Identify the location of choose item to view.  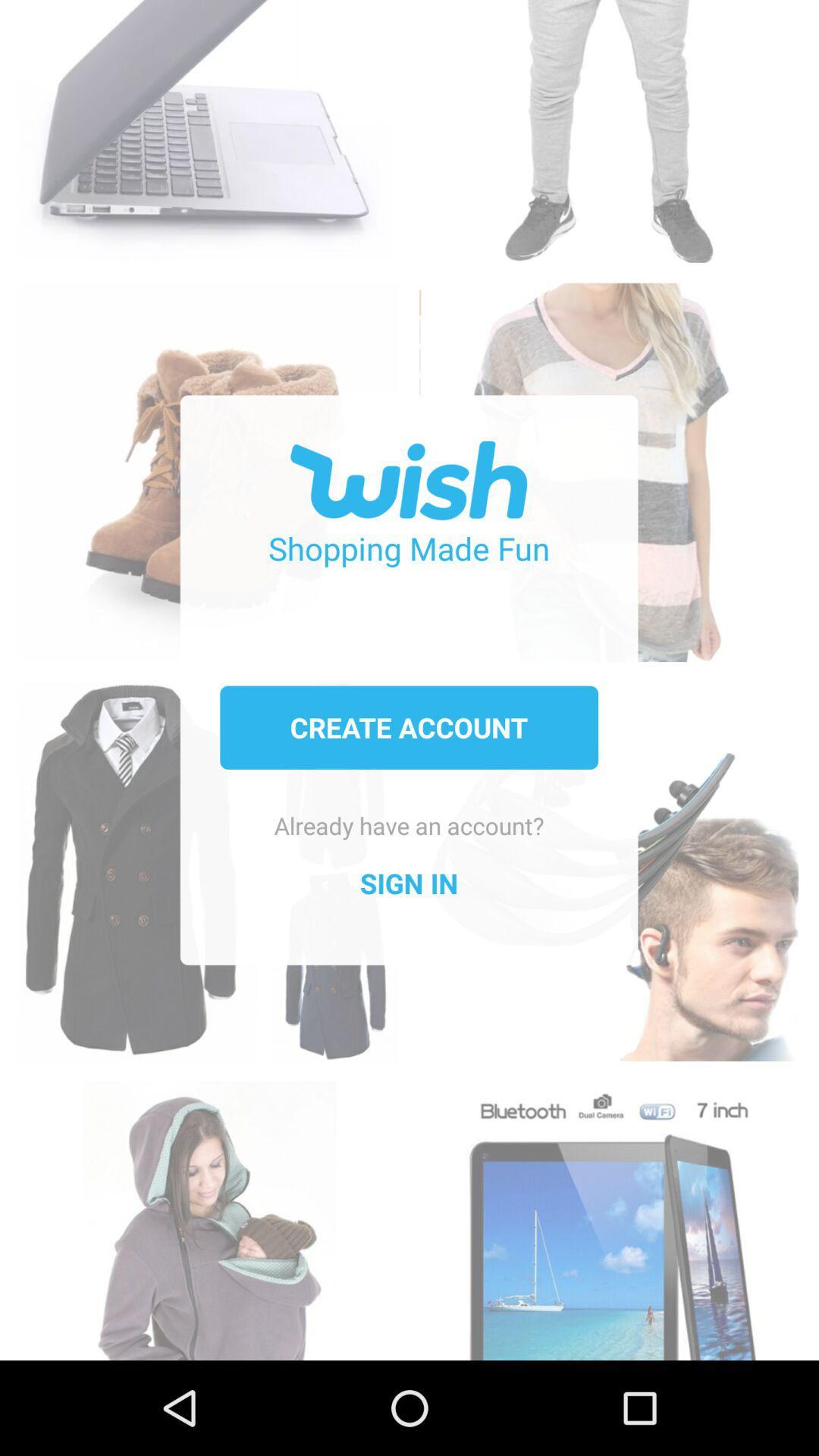
(607, 1212).